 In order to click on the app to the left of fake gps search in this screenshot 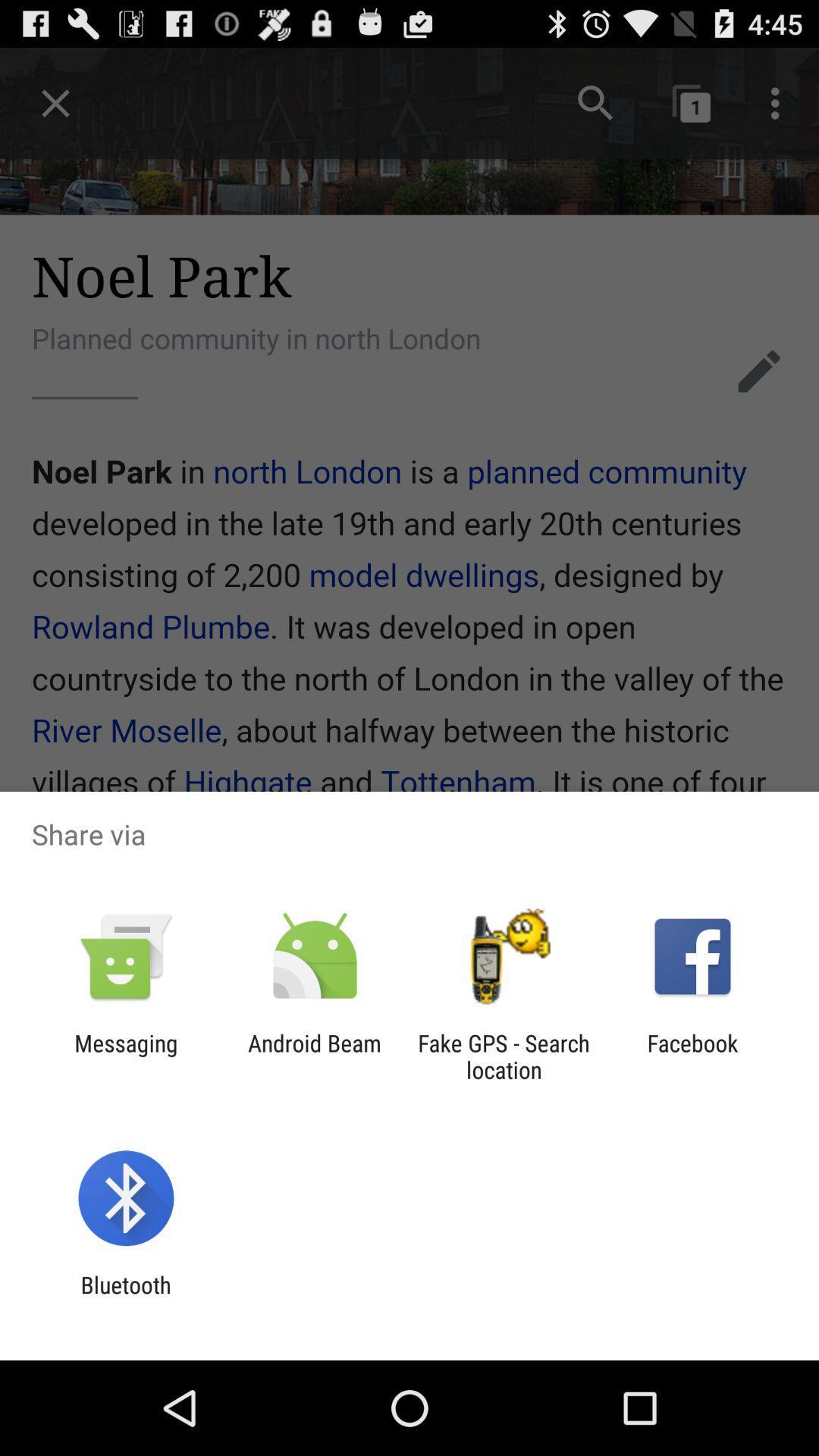, I will do `click(314, 1056)`.